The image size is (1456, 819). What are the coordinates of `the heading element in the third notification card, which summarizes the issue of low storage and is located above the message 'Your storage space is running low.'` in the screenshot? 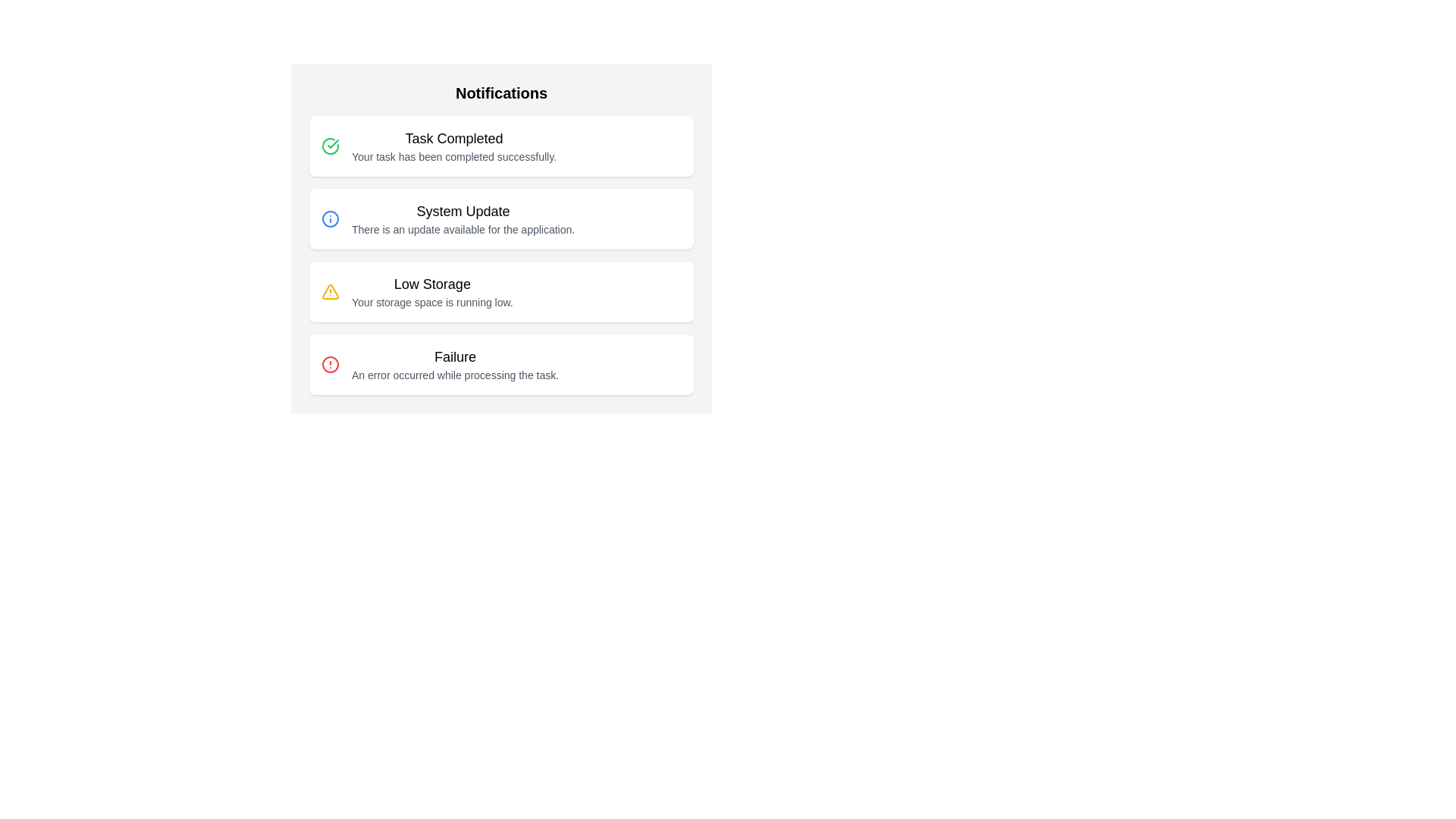 It's located at (431, 284).